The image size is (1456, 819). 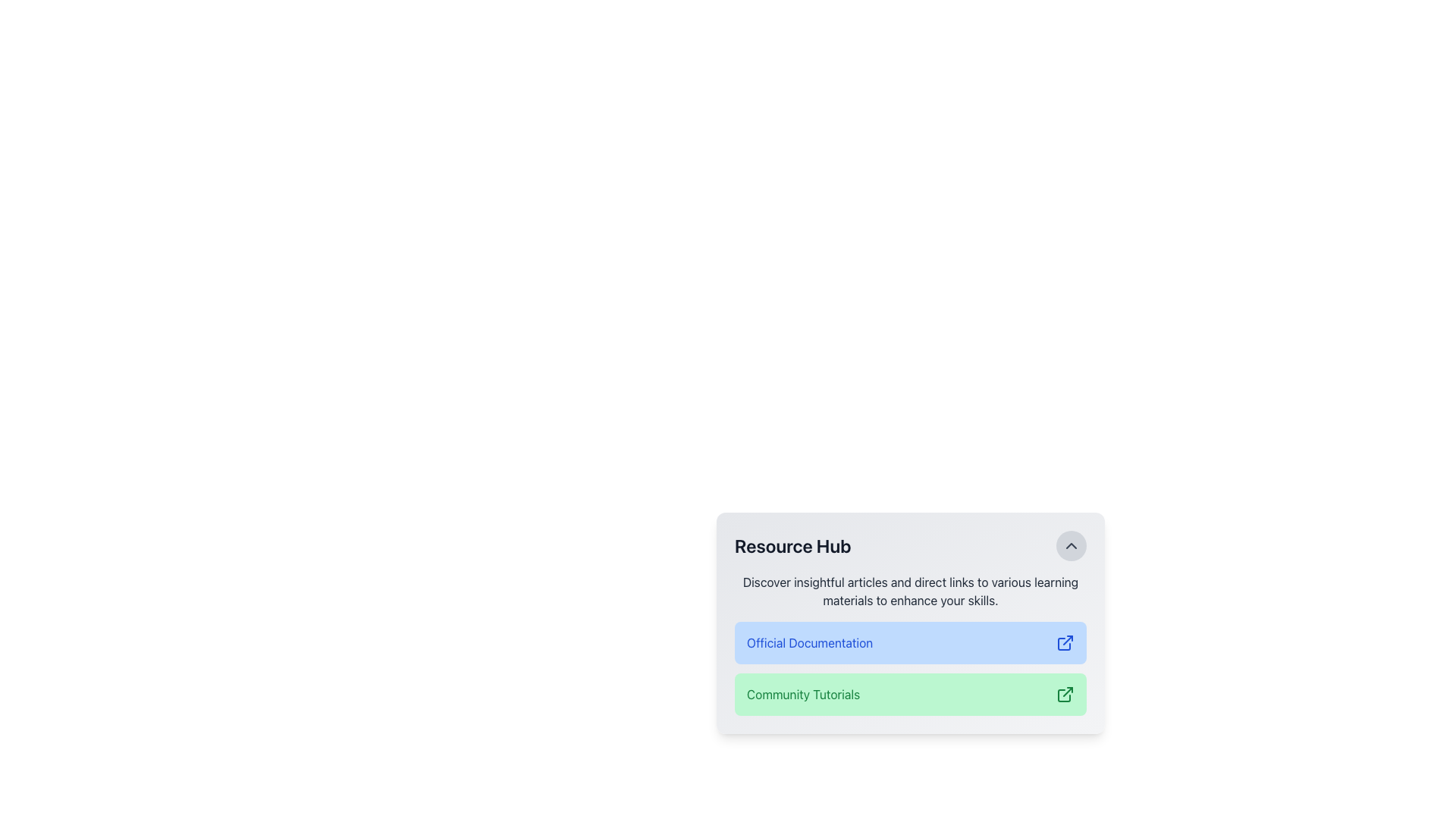 What do you see at coordinates (1065, 694) in the screenshot?
I see `the external link icon, which is a compact icon resembling an arrow extending out of a box with a green outline, located to the far right of the 'Community Tutorials' section in the 'Resource Hub'` at bounding box center [1065, 694].